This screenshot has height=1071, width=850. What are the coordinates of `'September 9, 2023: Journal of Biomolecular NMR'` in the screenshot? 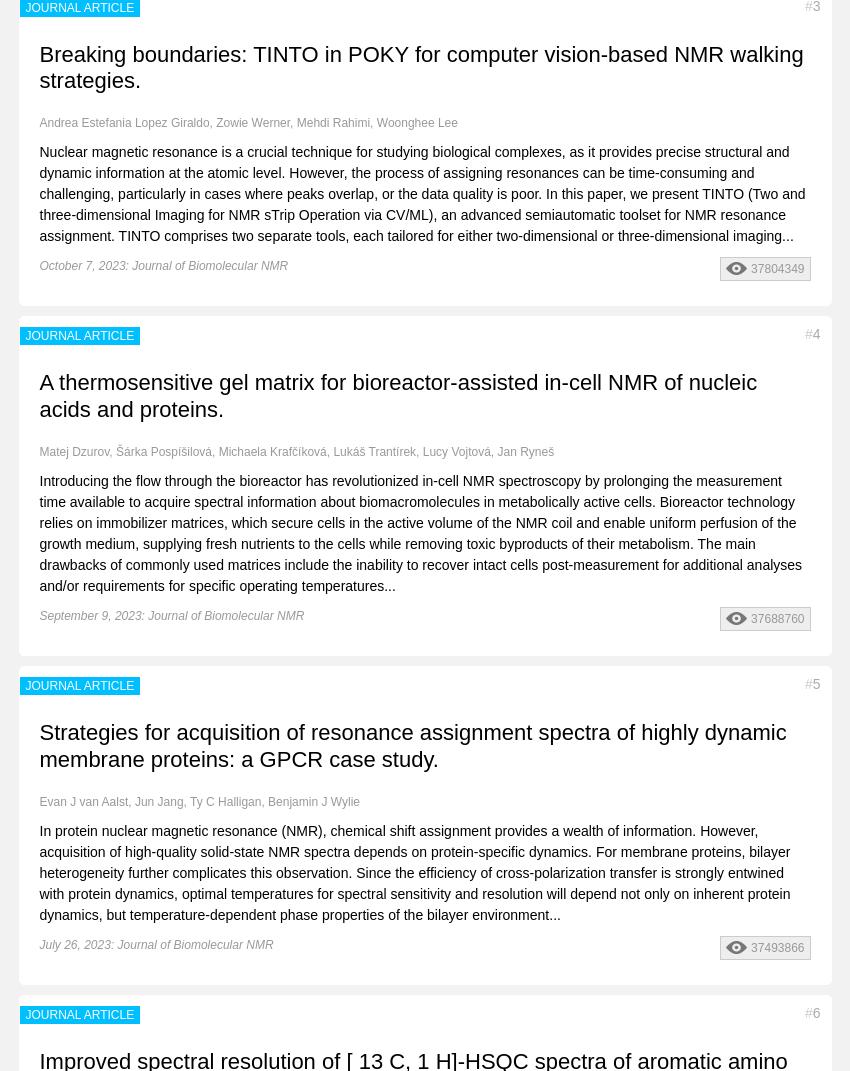 It's located at (170, 615).